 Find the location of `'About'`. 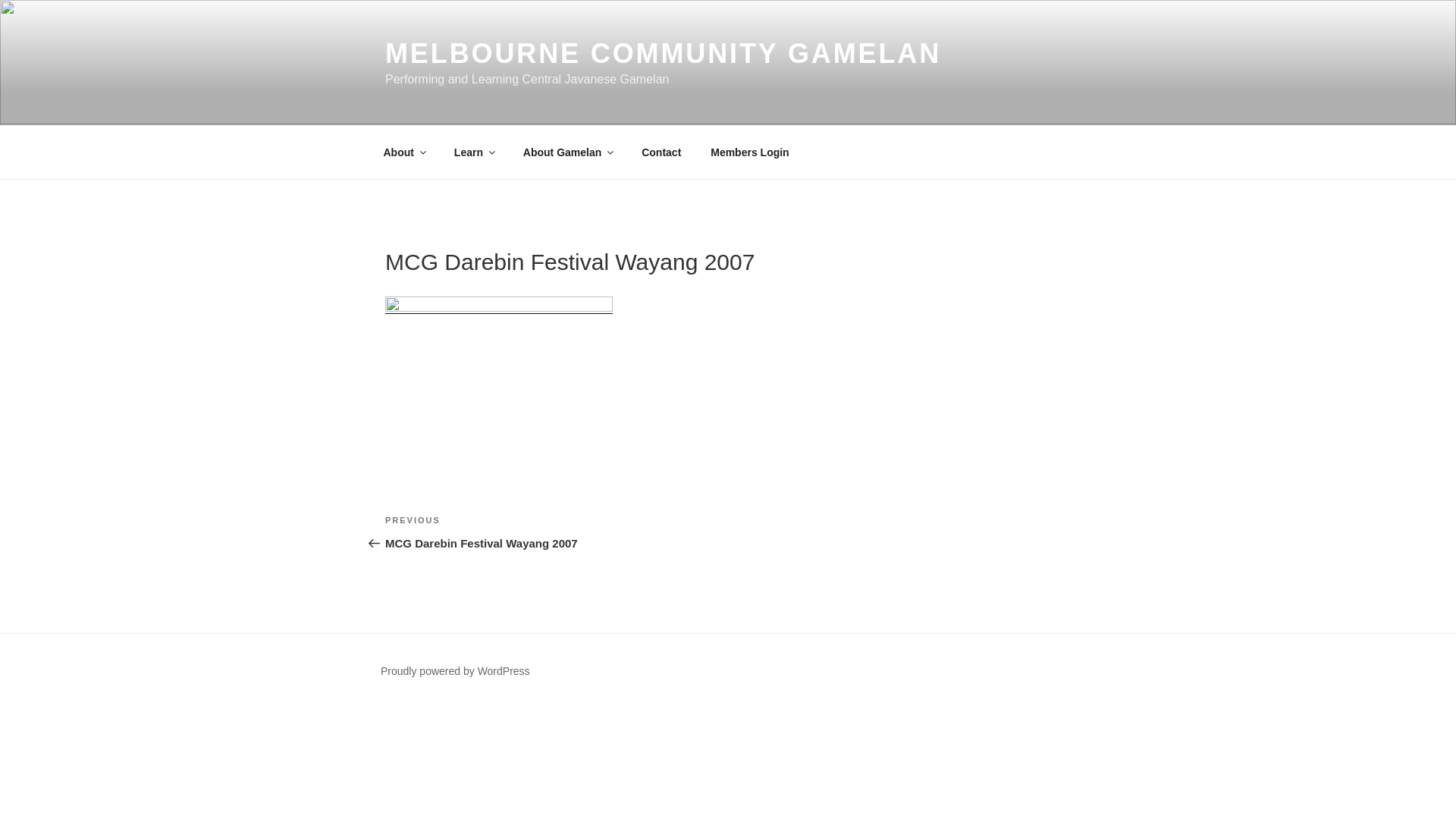

'About' is located at coordinates (370, 152).